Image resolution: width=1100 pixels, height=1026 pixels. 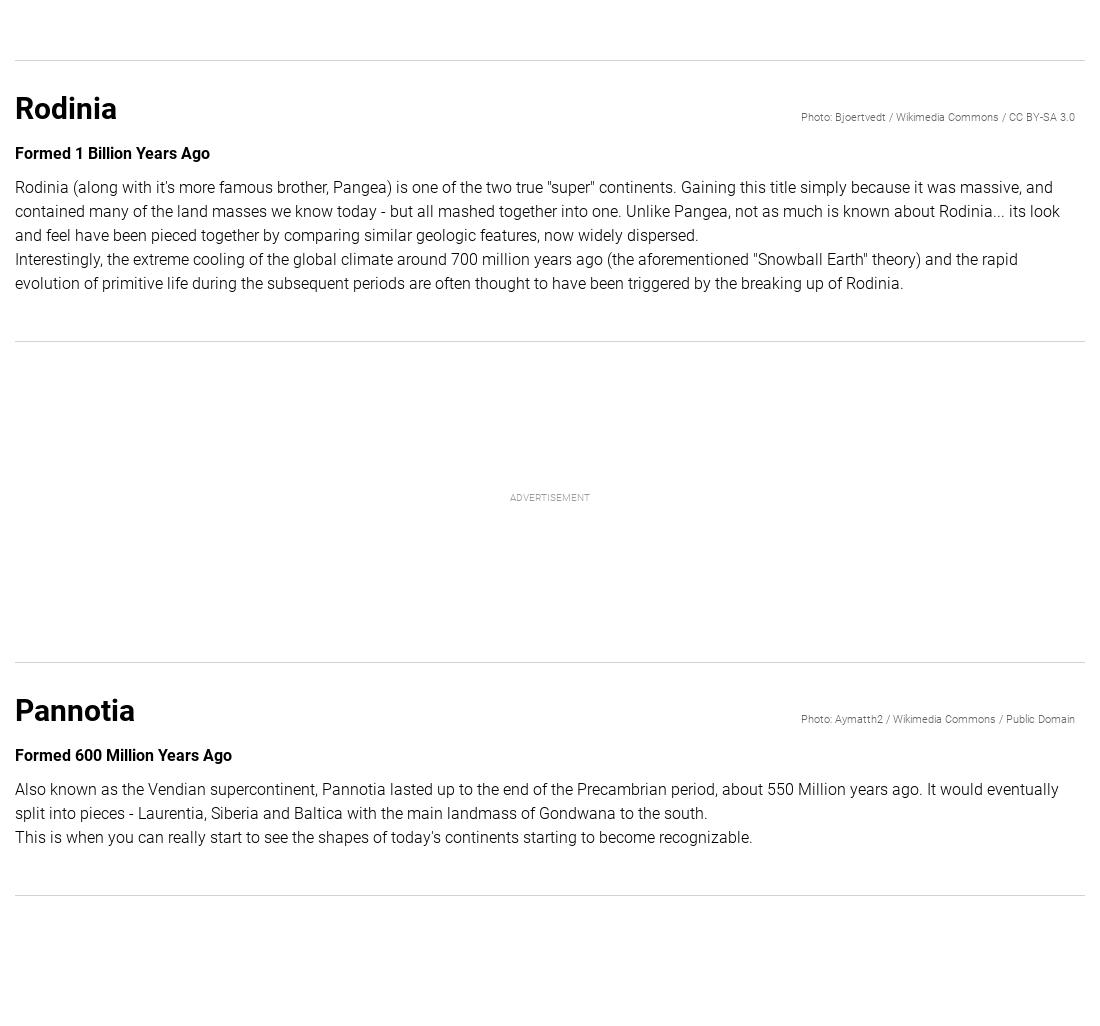 I want to click on 'CC BY-SA 3.0', so click(x=1042, y=116).